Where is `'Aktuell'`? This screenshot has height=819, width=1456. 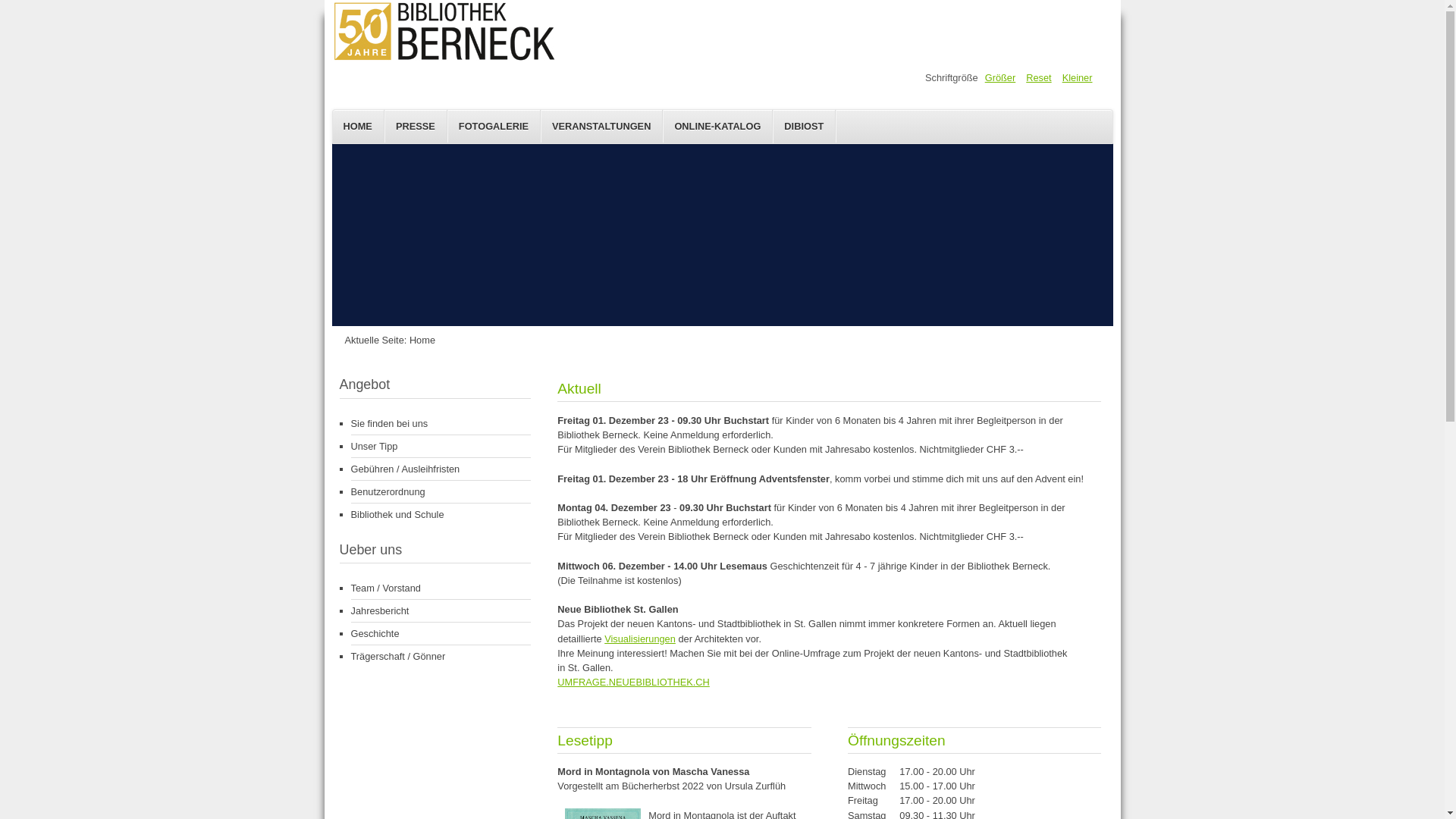 'Aktuell' is located at coordinates (556, 388).